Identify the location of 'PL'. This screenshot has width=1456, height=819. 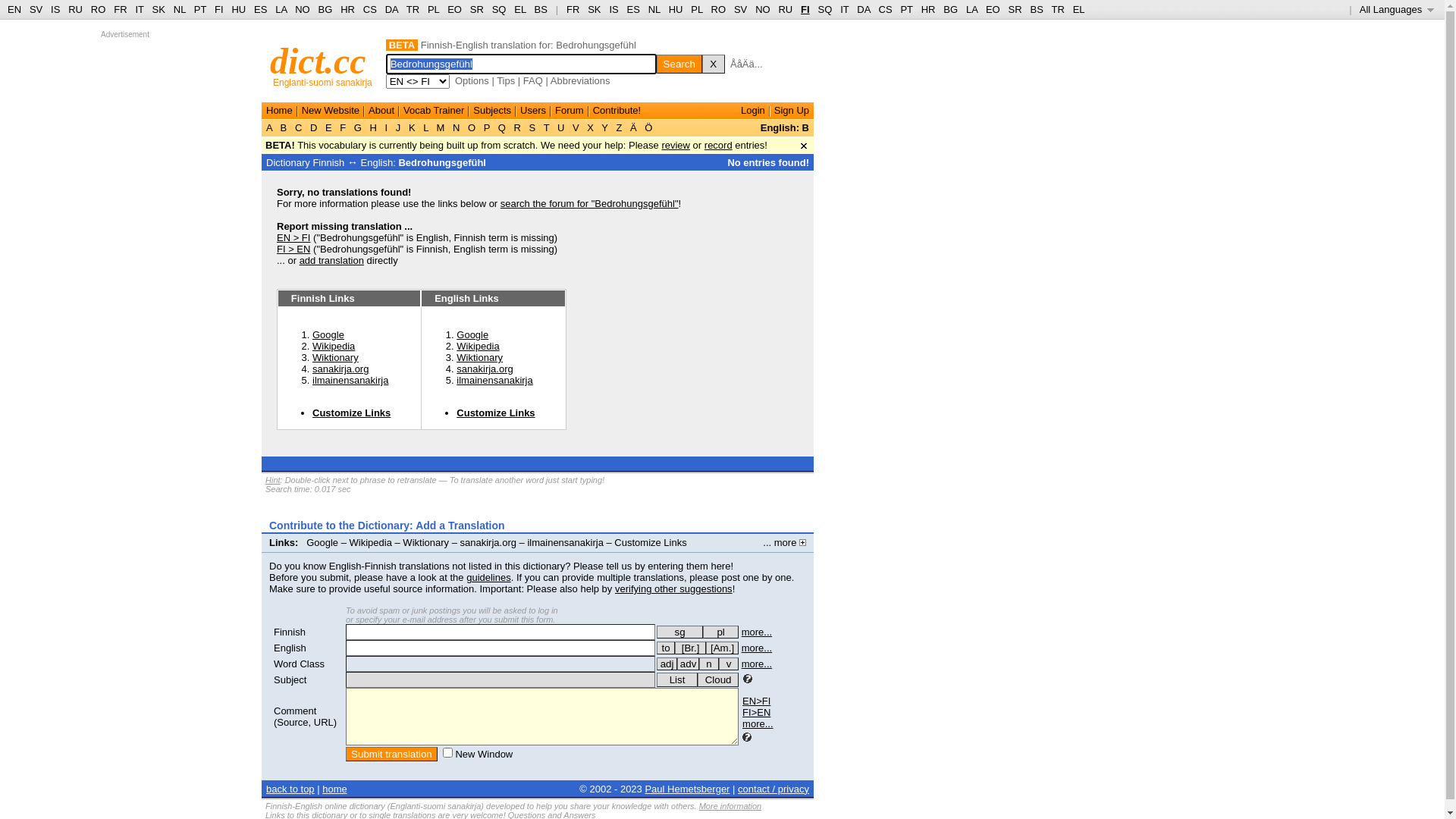
(695, 9).